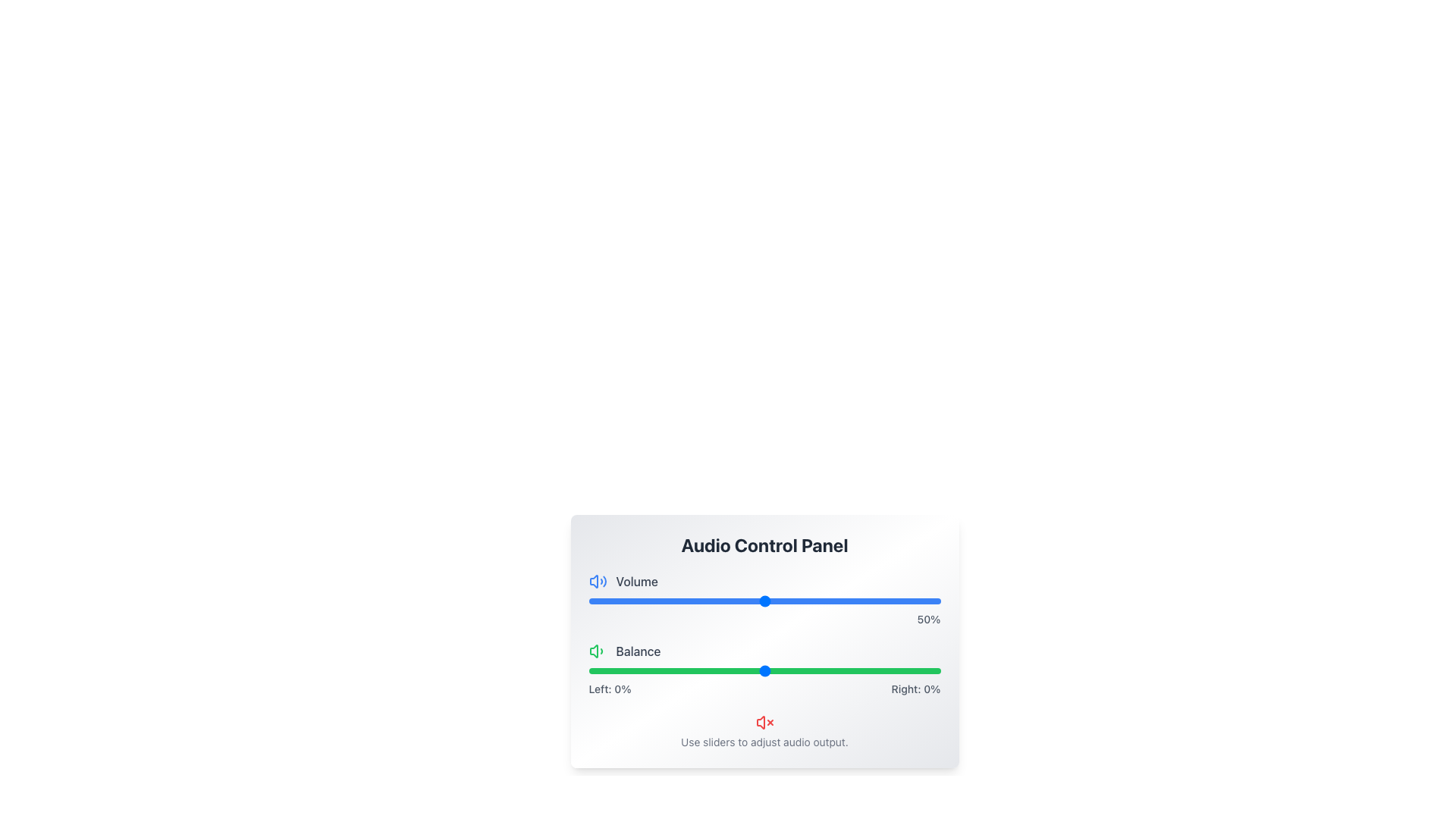  I want to click on the green speaker icon that is positioned to the left of the 'Balance' label, so click(597, 651).